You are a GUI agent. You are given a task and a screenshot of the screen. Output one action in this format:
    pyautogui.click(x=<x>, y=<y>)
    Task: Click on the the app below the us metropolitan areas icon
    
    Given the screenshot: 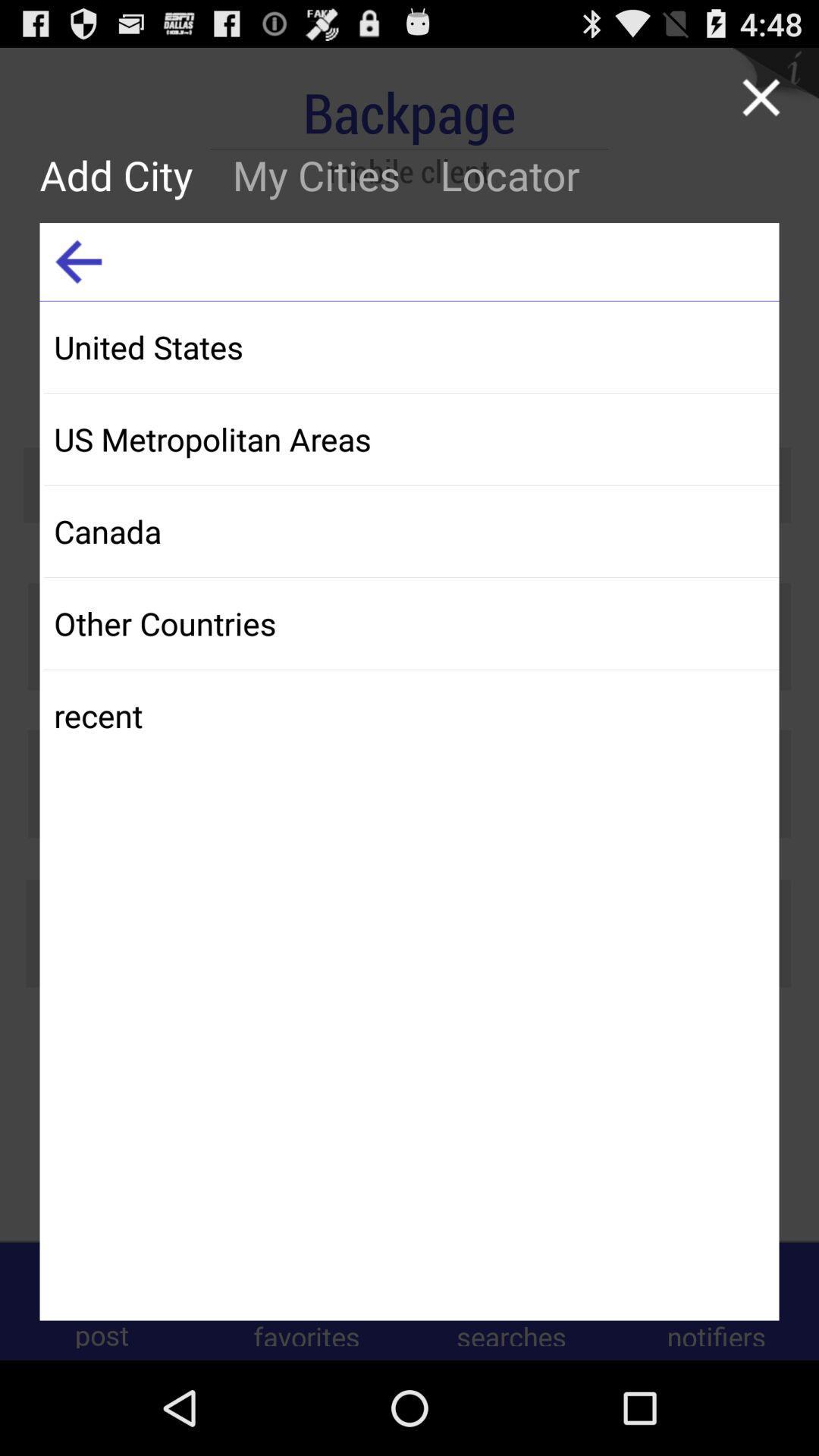 What is the action you would take?
    pyautogui.click(x=411, y=531)
    